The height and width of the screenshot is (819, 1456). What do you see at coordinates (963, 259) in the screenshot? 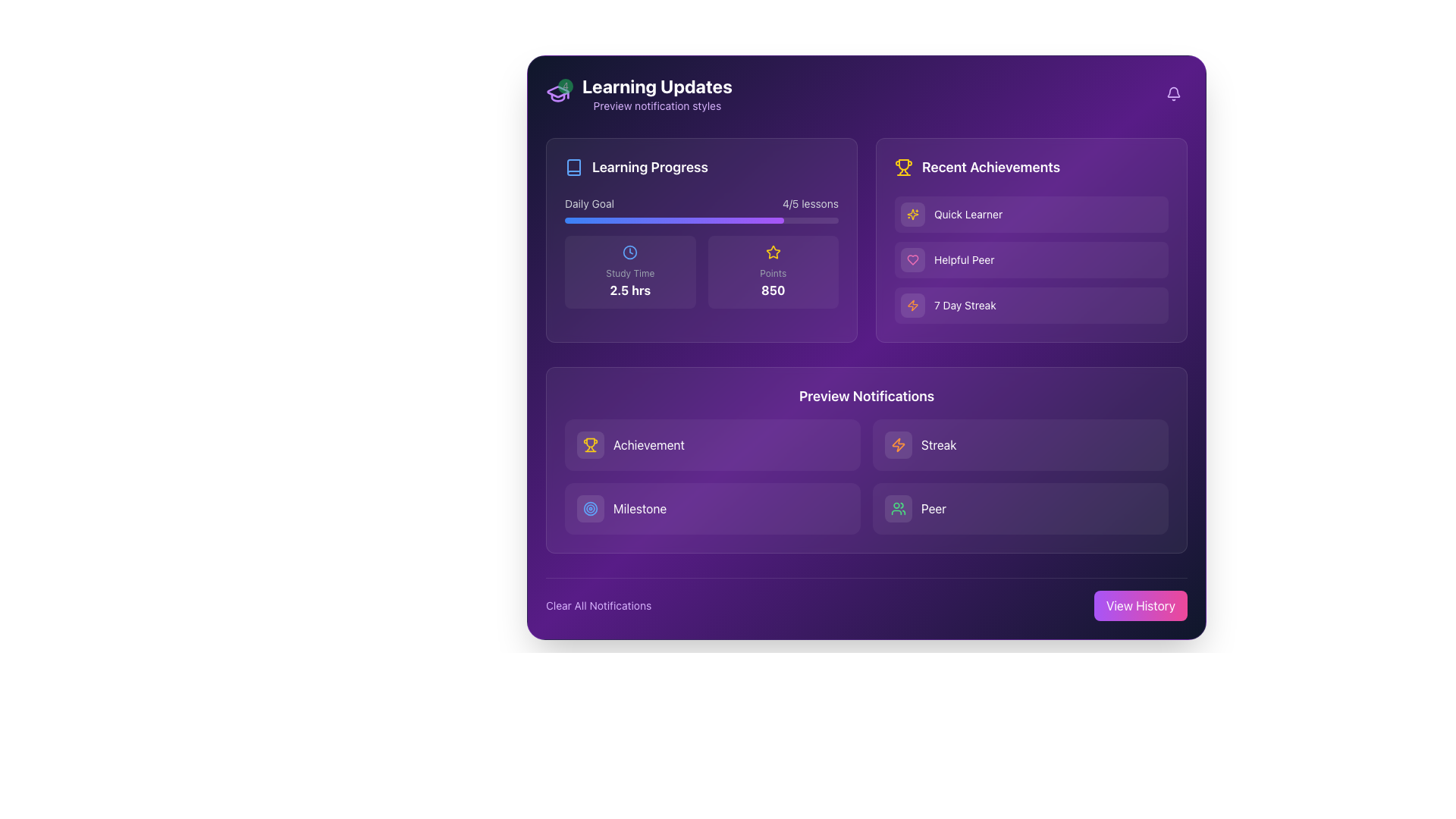
I see `the label that informs users about a specific achievement or category within the interface, which is positioned following an icon in a horizontally-aligned layout` at bounding box center [963, 259].